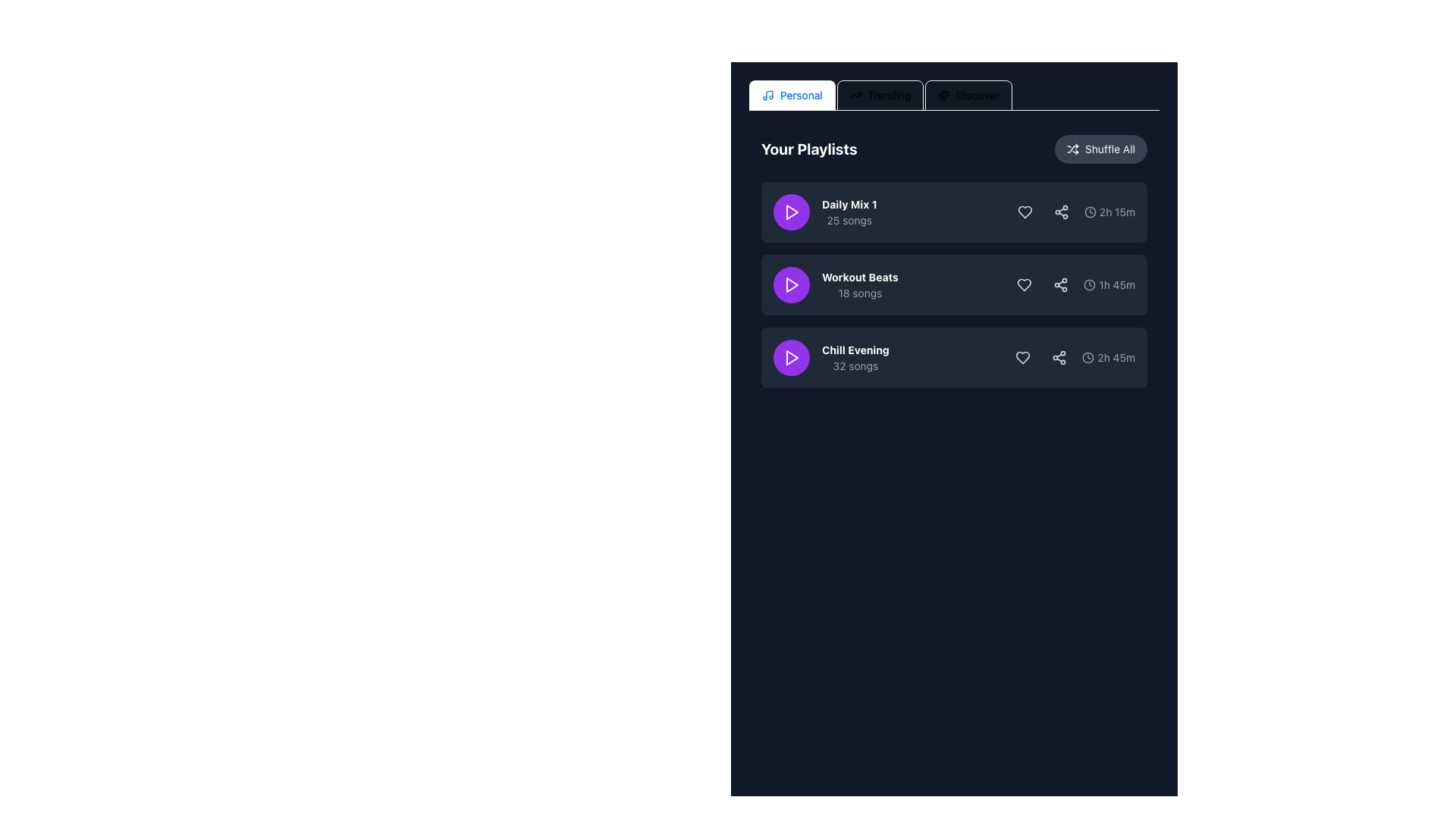  What do you see at coordinates (1089, 284) in the screenshot?
I see `the circular element that represents the time icon for the 'Workout Beats' playlist, which is part of a graphical clock icon` at bounding box center [1089, 284].